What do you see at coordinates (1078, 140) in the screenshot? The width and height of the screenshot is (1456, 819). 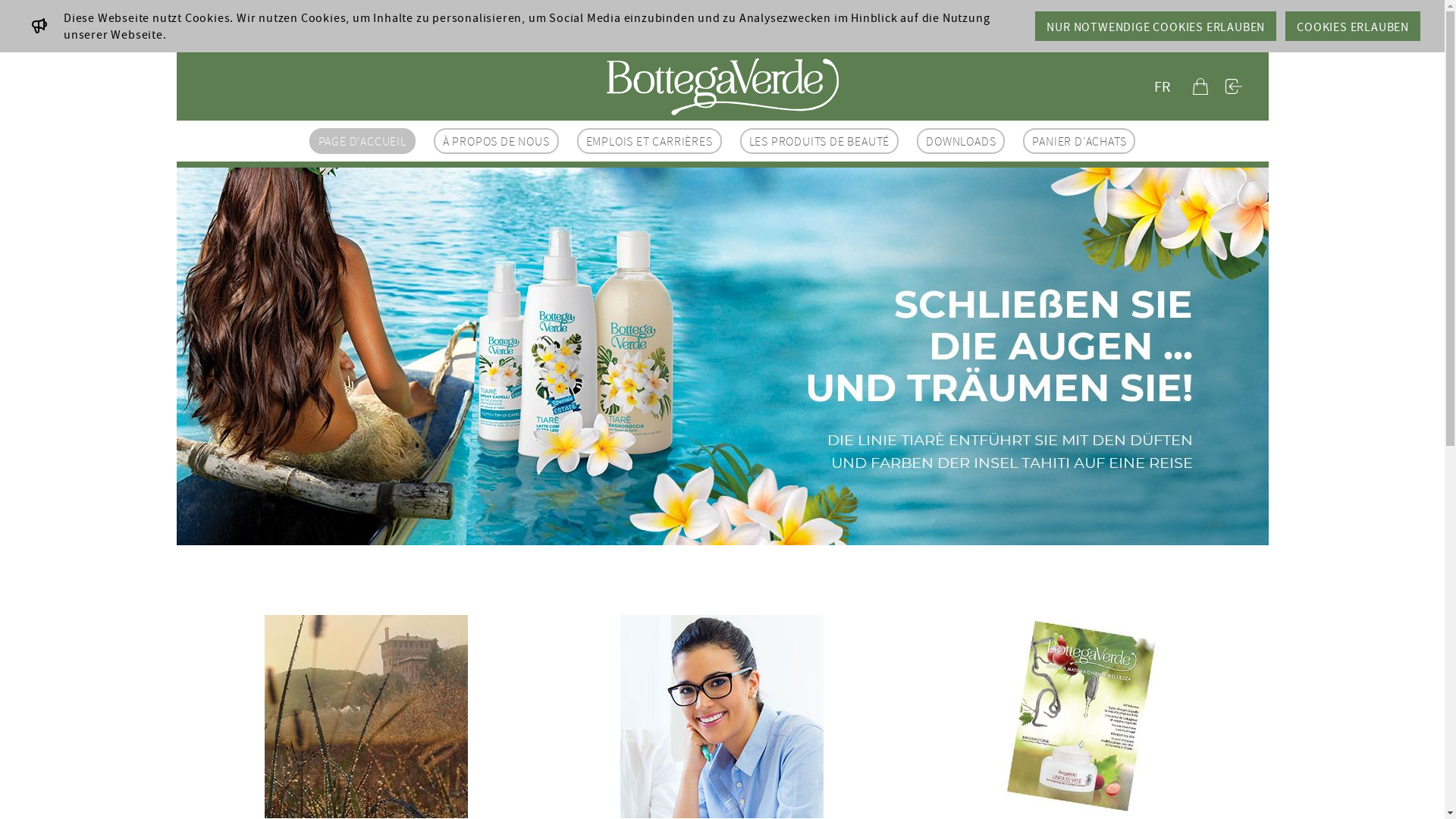 I see `'PANIER D'ACHATS'` at bounding box center [1078, 140].